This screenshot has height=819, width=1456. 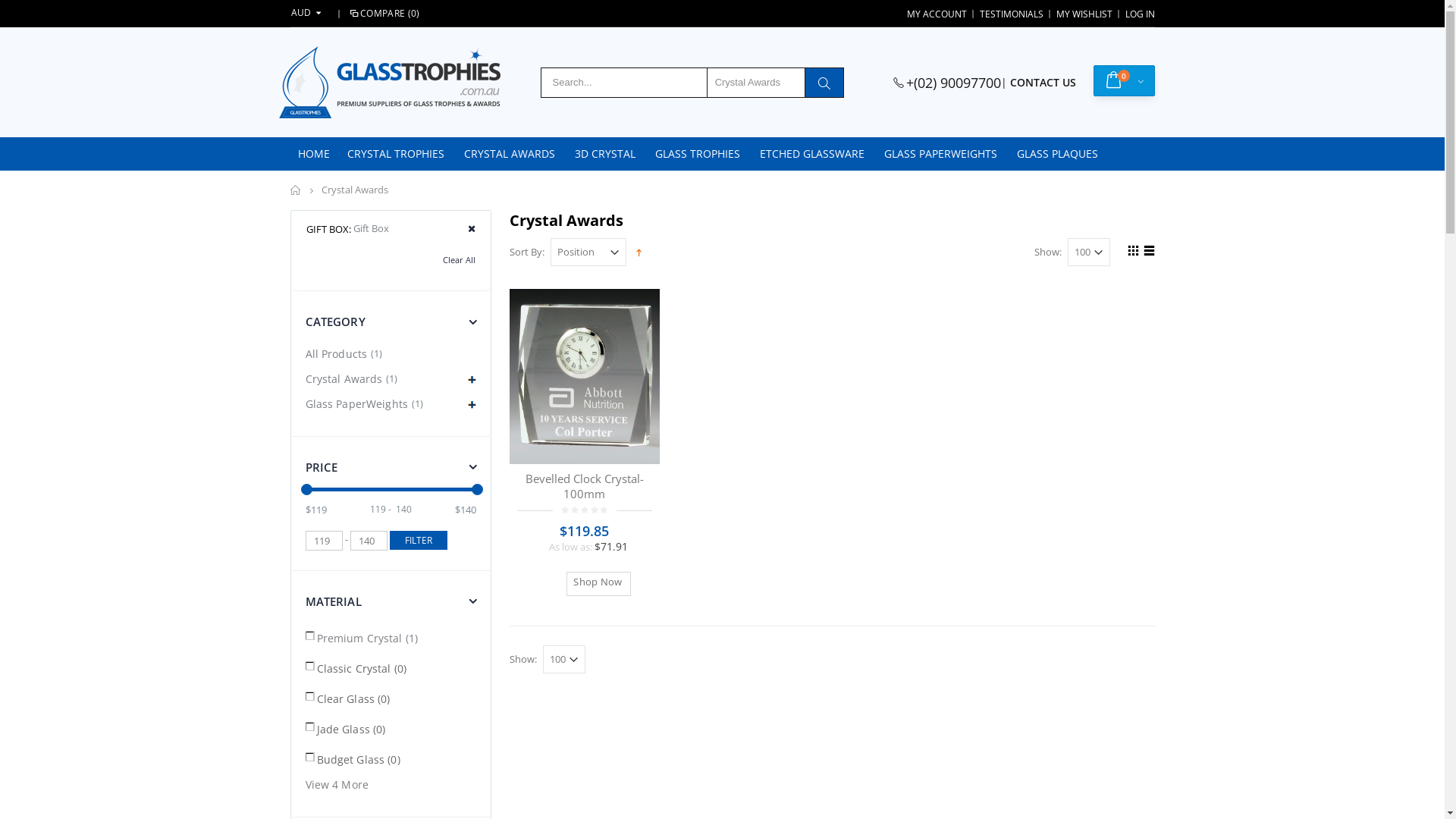 I want to click on 'MY ACCOUNT', so click(x=936, y=14).